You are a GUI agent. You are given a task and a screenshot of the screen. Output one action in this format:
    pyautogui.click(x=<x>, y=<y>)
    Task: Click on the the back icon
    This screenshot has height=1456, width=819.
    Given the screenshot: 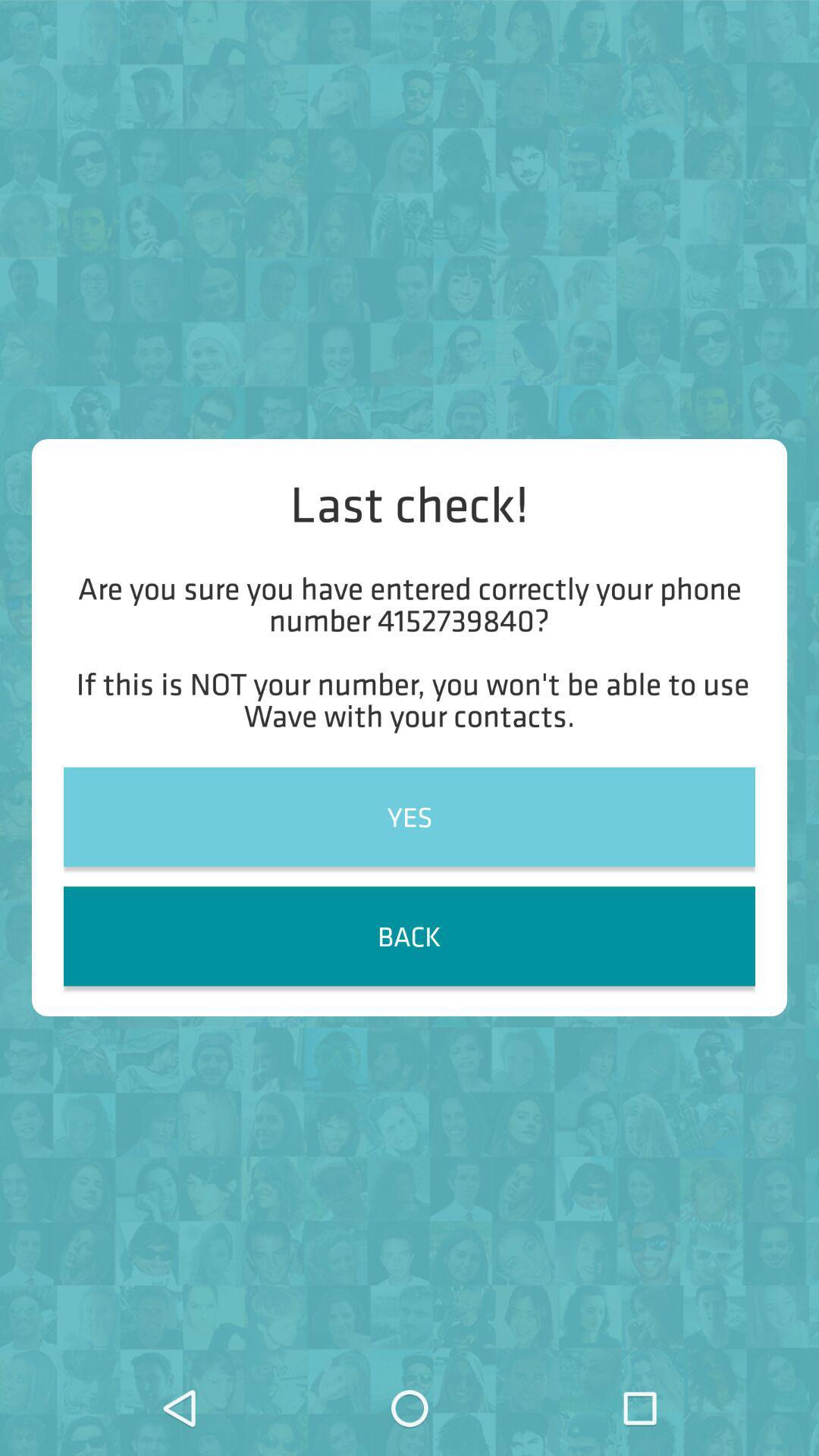 What is the action you would take?
    pyautogui.click(x=409, y=935)
    